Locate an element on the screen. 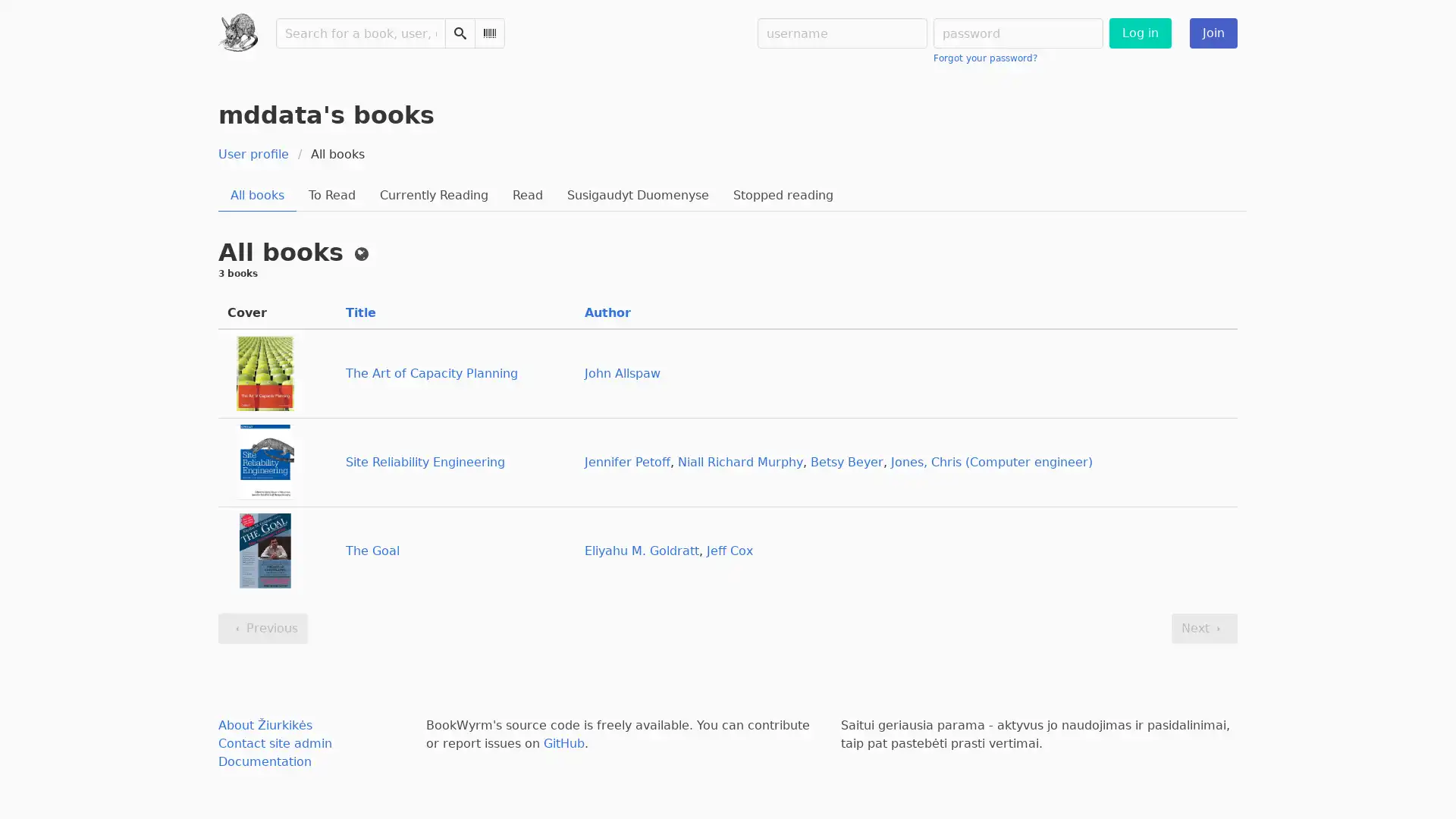 The width and height of the screenshot is (1456, 819). Scan Barcode is located at coordinates (488, 33).